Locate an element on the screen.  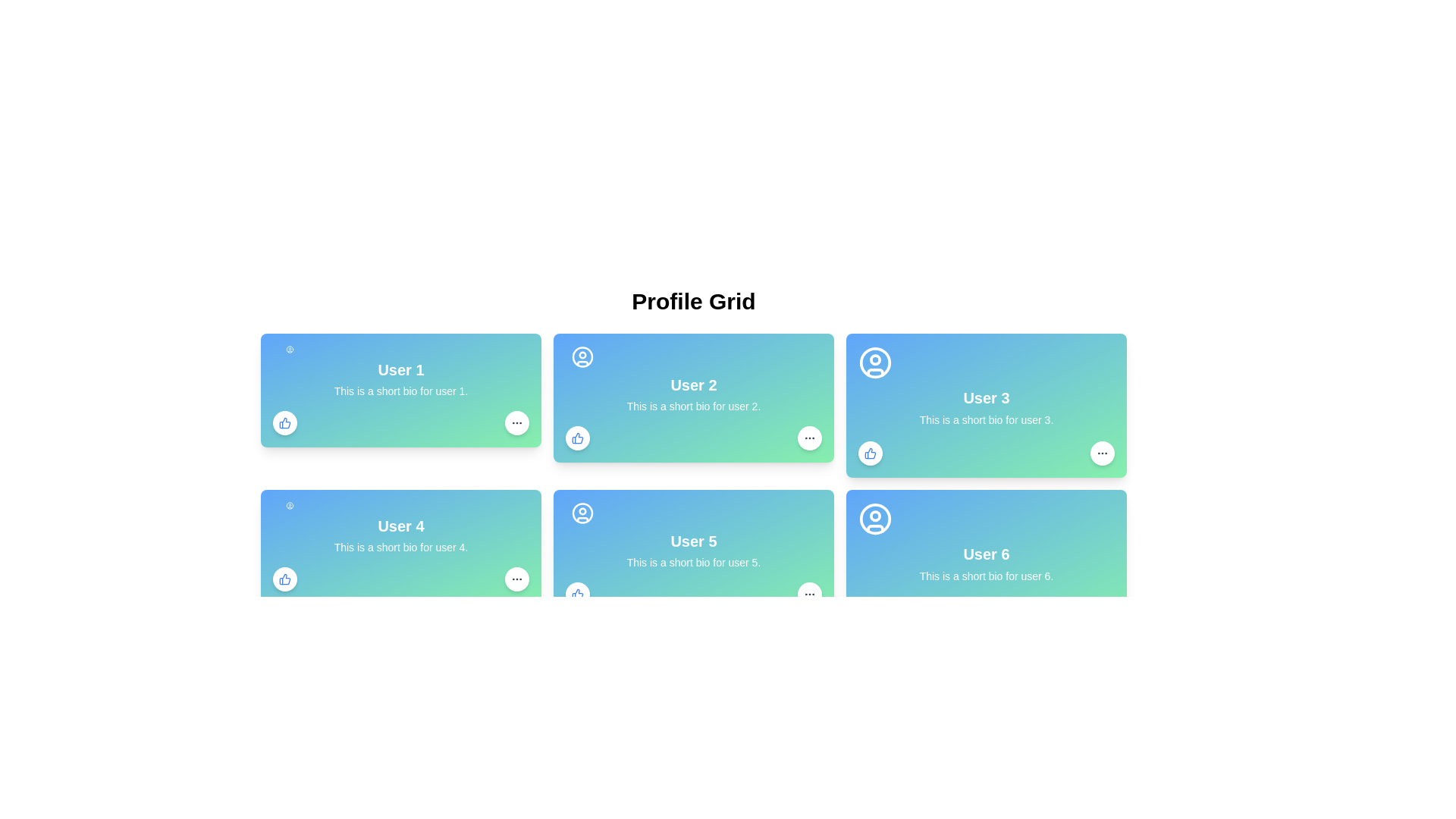
text displayed in the Text label that says 'This is a short bio for user 2.', which is located below the title 'User 2' in the middle card of user profiles is located at coordinates (693, 406).